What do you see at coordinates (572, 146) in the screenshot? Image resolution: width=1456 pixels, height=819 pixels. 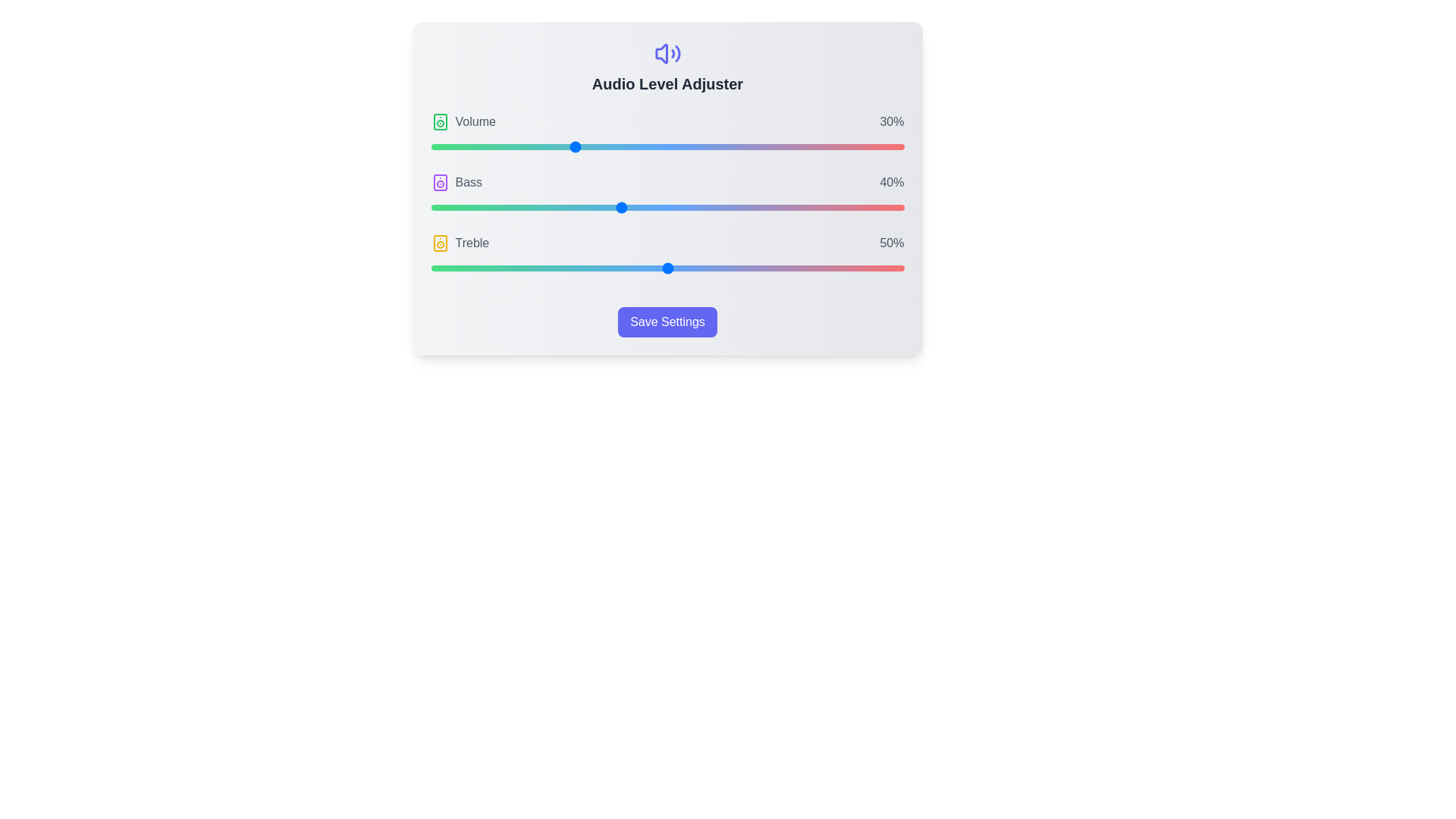 I see `the Volume slider to 30%` at bounding box center [572, 146].